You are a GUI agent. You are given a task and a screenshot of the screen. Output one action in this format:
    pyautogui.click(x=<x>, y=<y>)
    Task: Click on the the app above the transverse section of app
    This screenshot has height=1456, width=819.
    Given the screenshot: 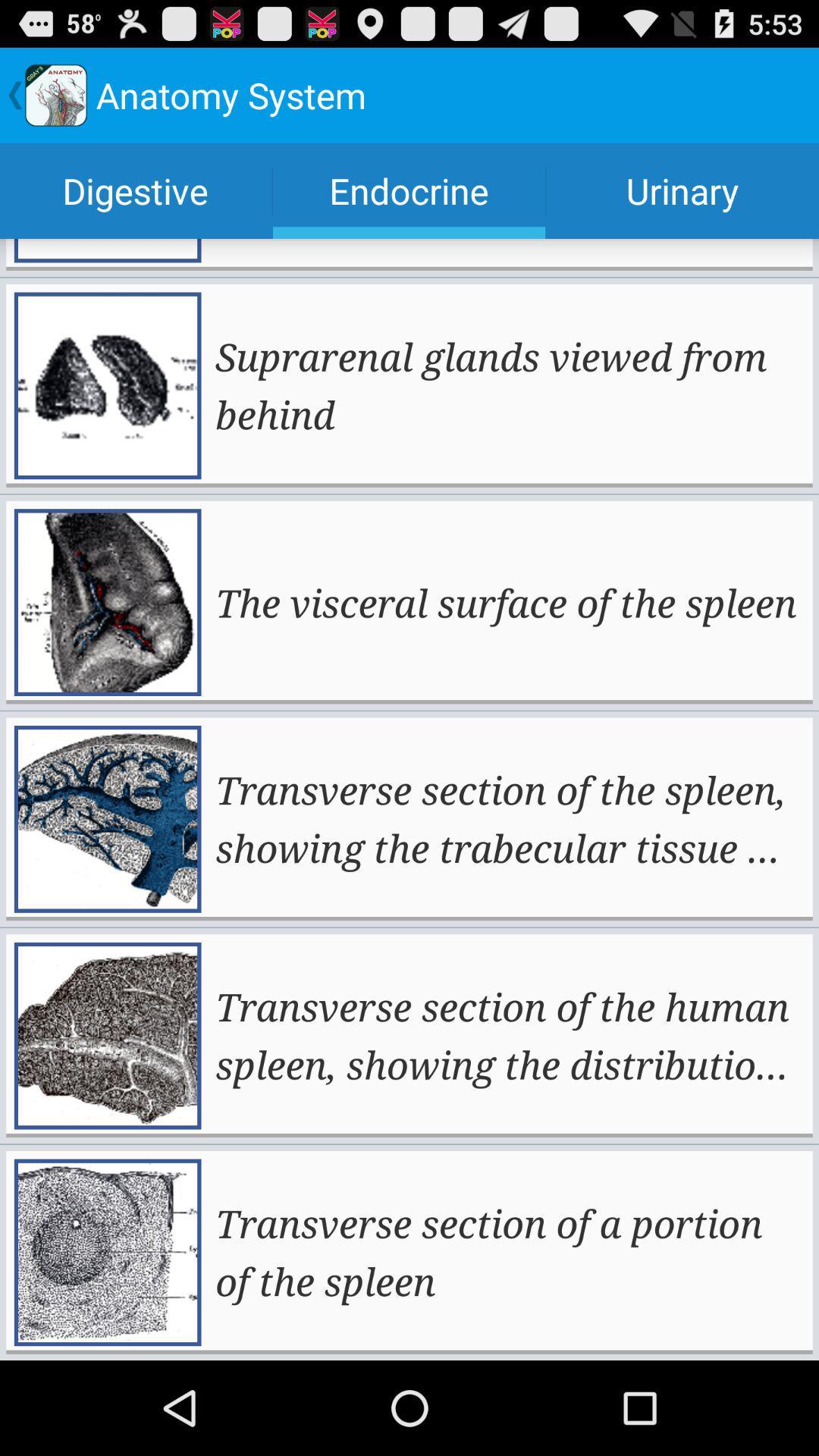 What is the action you would take?
    pyautogui.click(x=506, y=601)
    